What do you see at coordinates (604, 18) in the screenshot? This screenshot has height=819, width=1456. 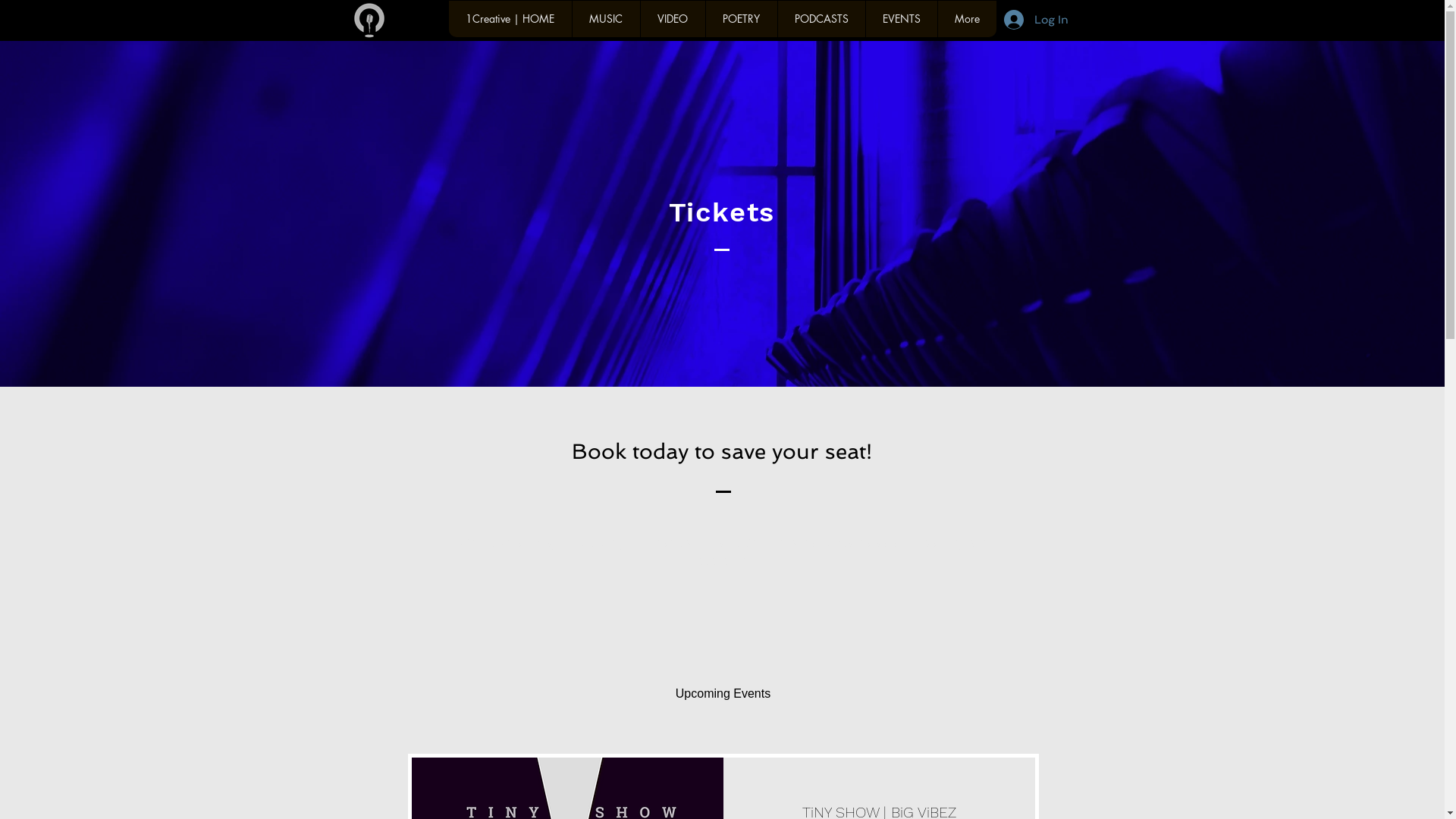 I see `'MUSIC'` at bounding box center [604, 18].